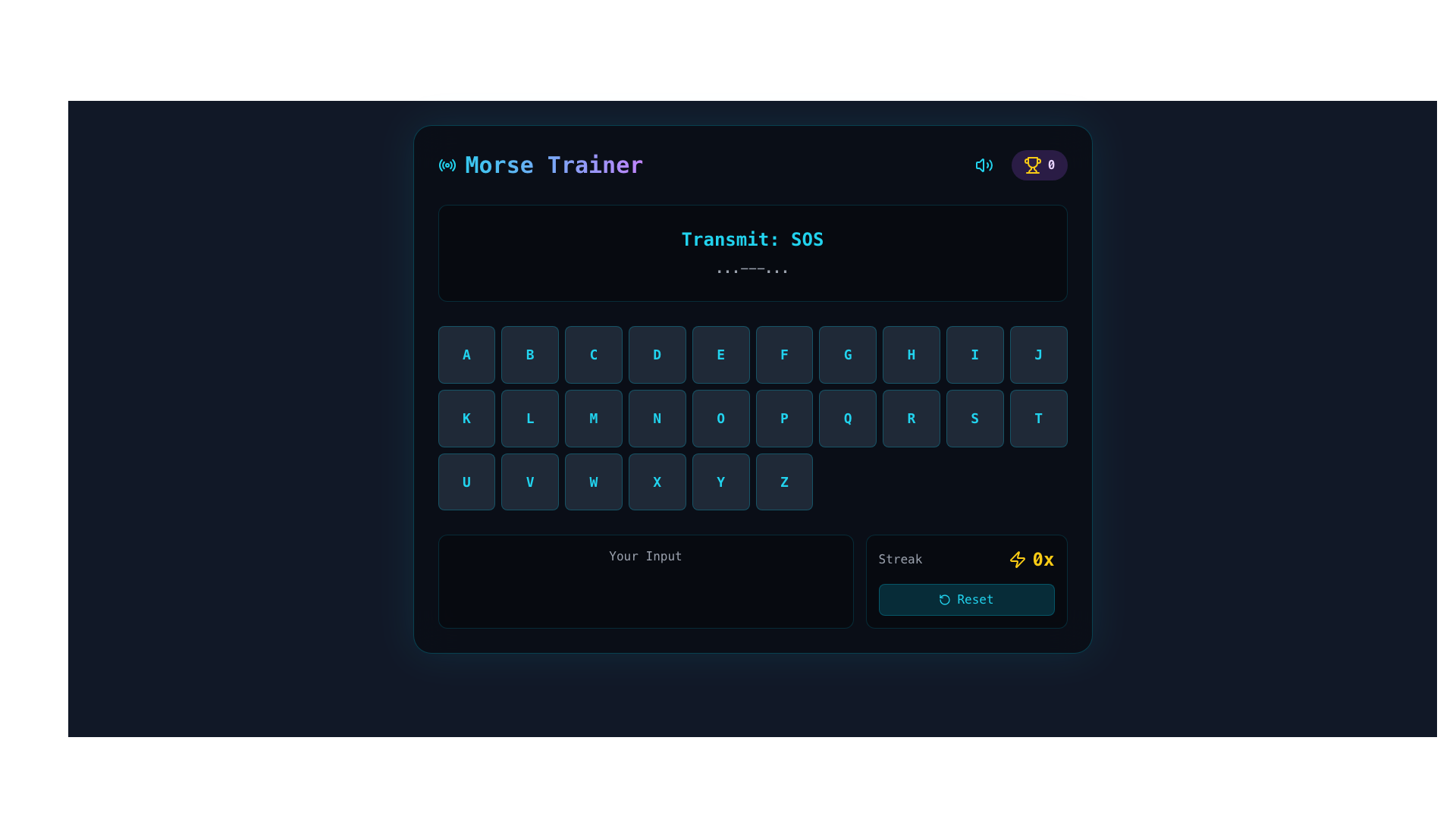  Describe the element at coordinates (720, 418) in the screenshot. I see `the square-shaped button displaying the letter 'O' in cyan text on a dark background to trigger hover effects` at that location.